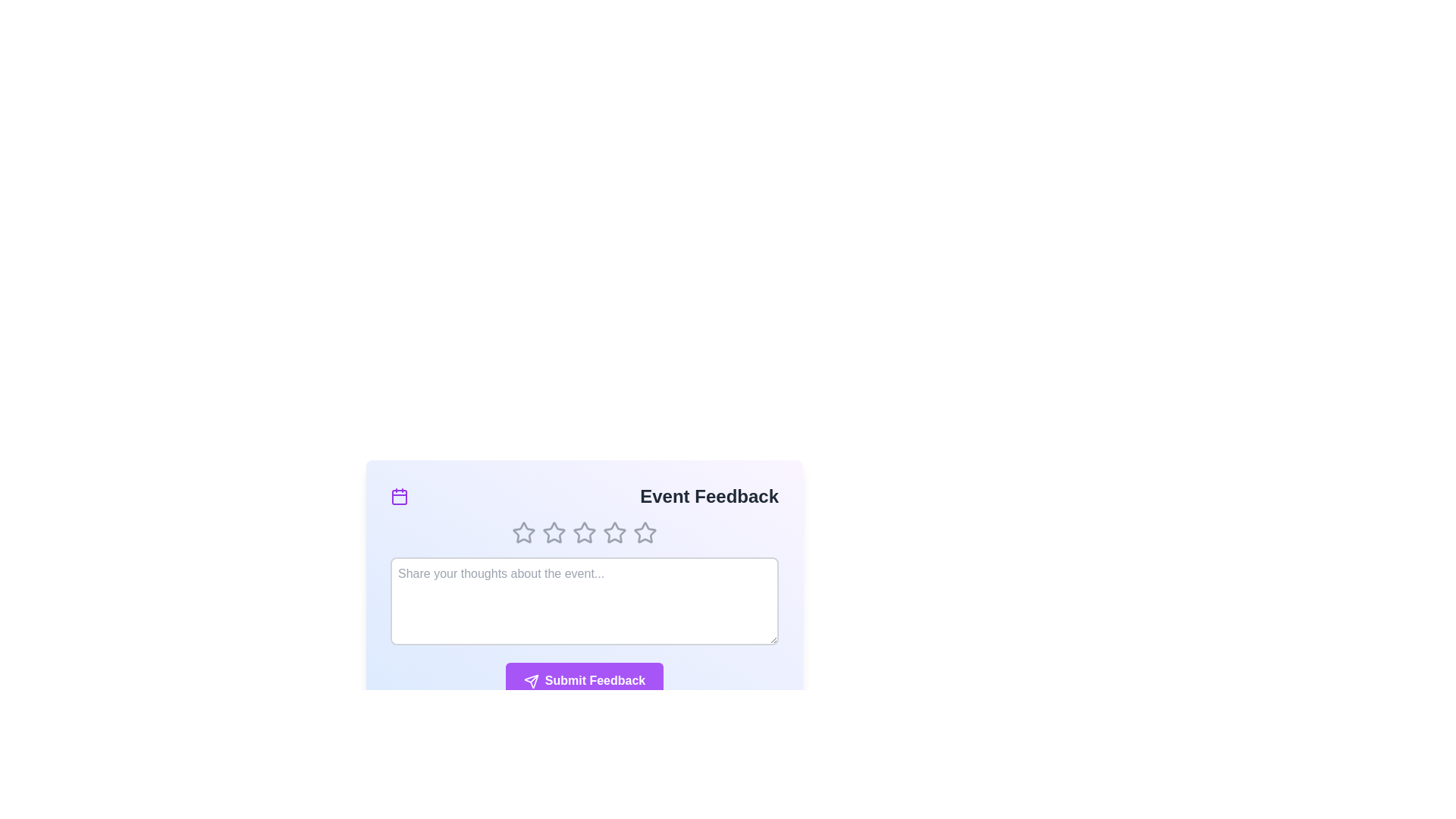 The width and height of the screenshot is (1456, 819). I want to click on the second star icon in the row of five stars for rating feedback, located under the 'Event Feedback' heading, so click(584, 532).